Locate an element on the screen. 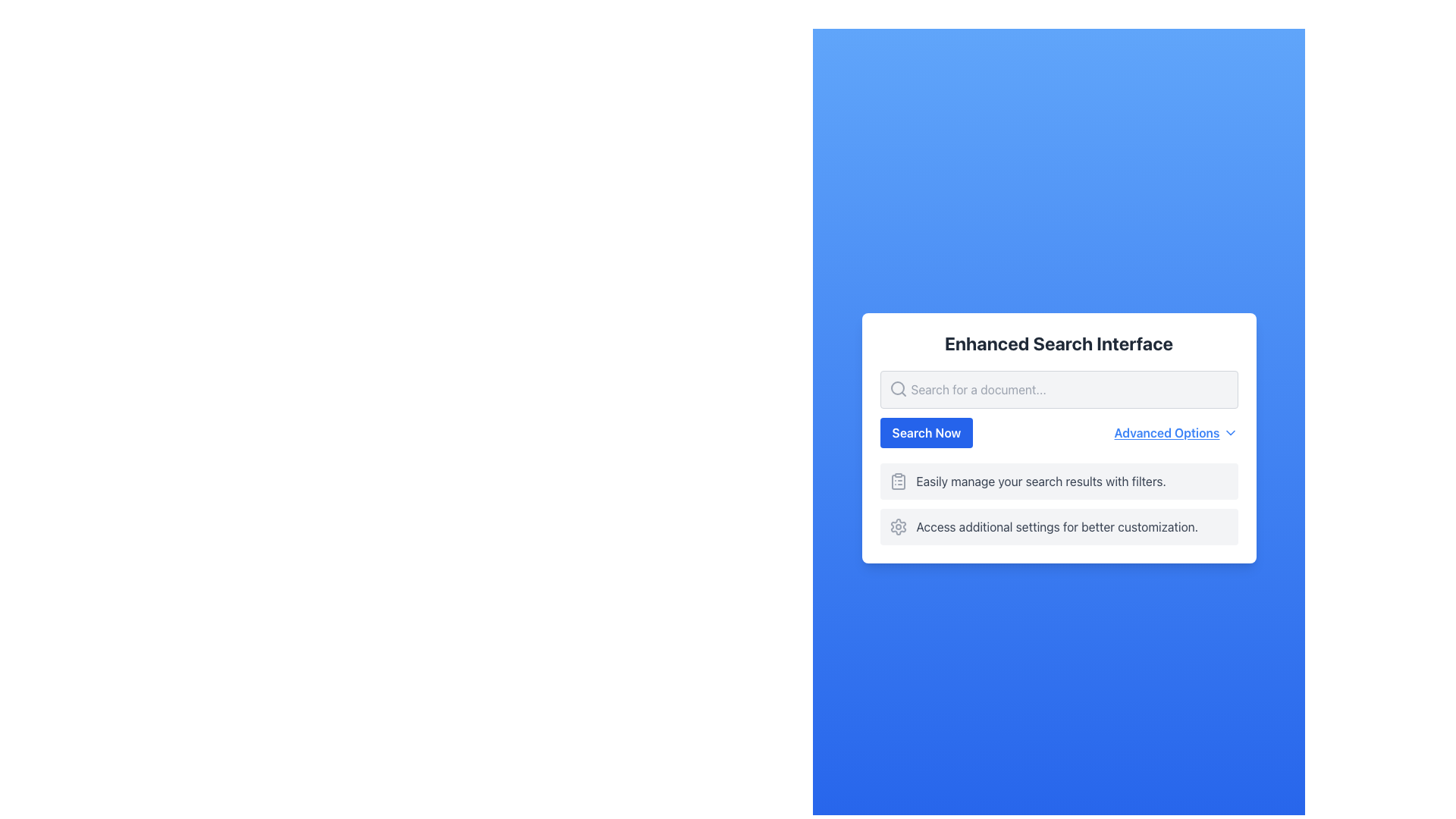 Image resolution: width=1456 pixels, height=819 pixels. the static text element saying 'Easily manage your search results with filters.' which is styled in gray and positioned below the blue 'Search Now' button is located at coordinates (1040, 482).